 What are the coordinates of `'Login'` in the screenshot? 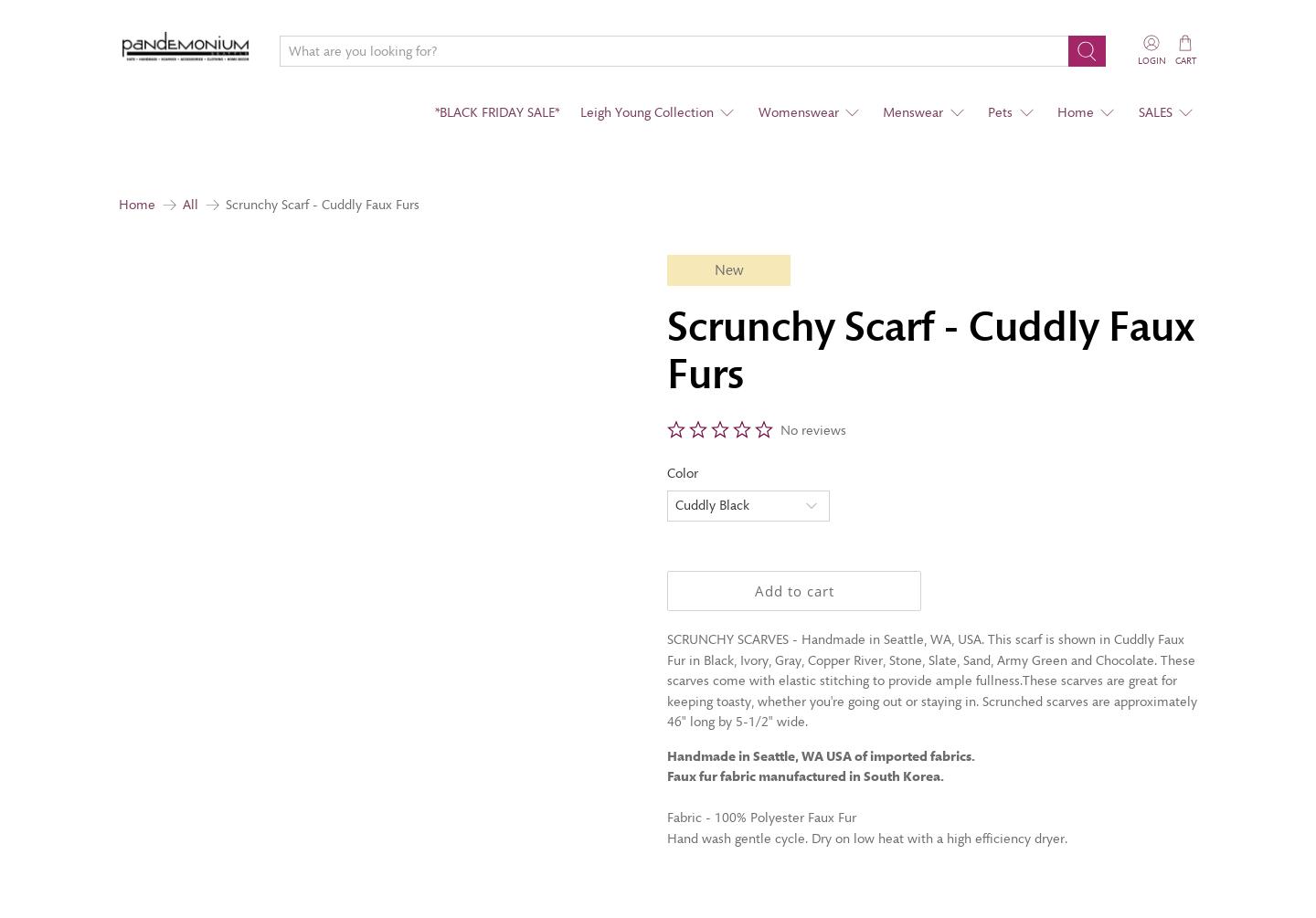 It's located at (1150, 59).